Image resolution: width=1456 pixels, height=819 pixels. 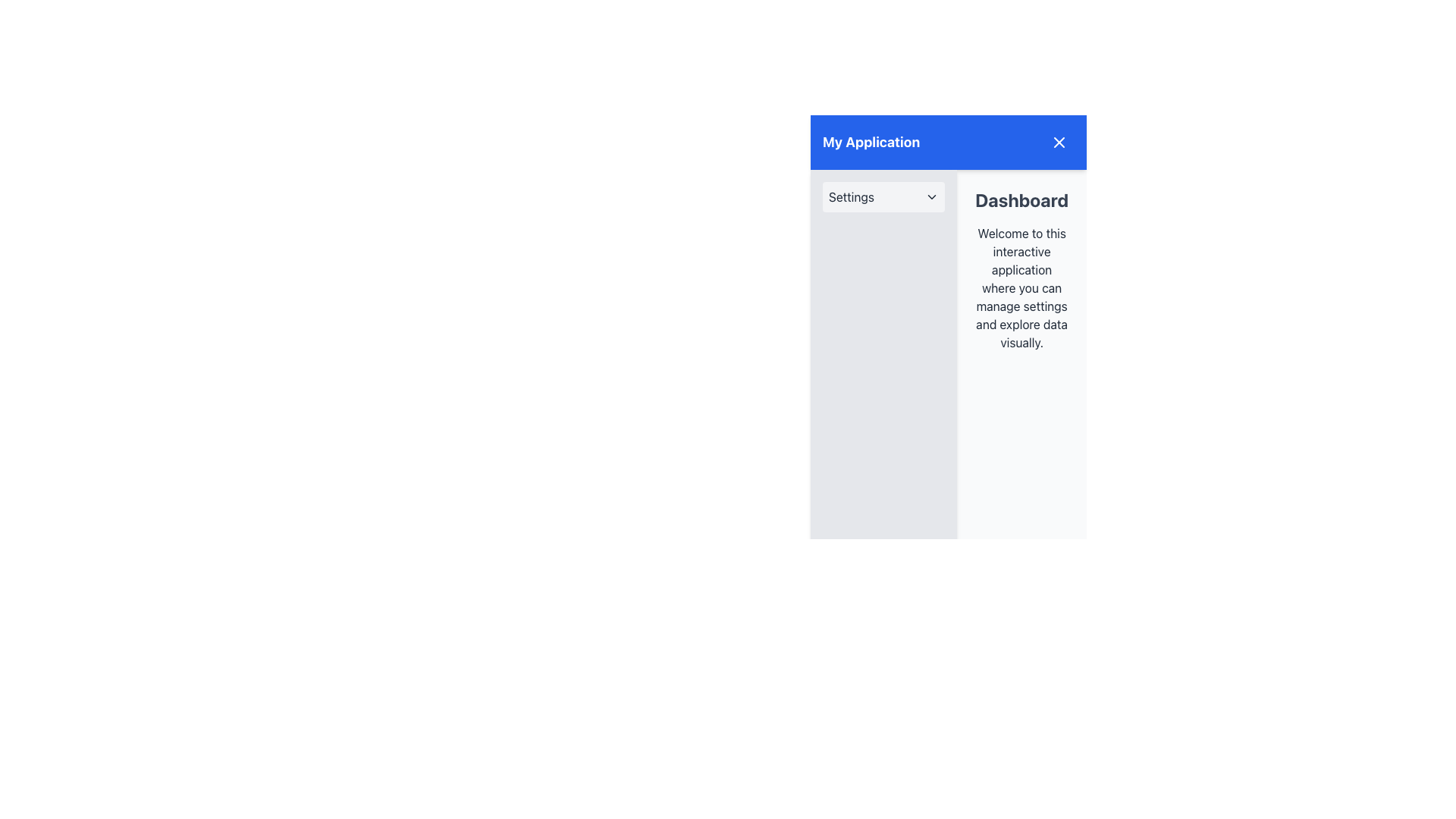 What do you see at coordinates (1058, 143) in the screenshot?
I see `the close button located at the far-right of the 'My Application' title in the header section` at bounding box center [1058, 143].